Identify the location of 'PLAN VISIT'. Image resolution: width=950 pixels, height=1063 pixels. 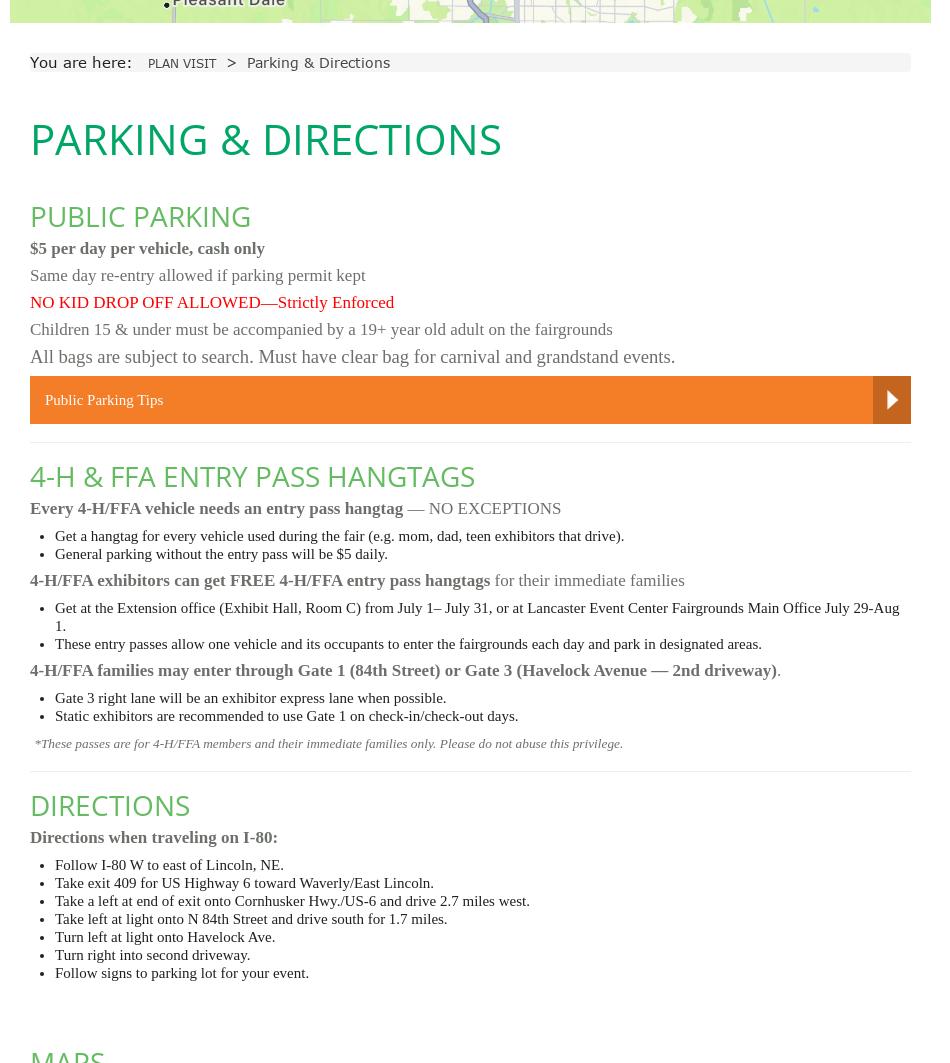
(182, 63).